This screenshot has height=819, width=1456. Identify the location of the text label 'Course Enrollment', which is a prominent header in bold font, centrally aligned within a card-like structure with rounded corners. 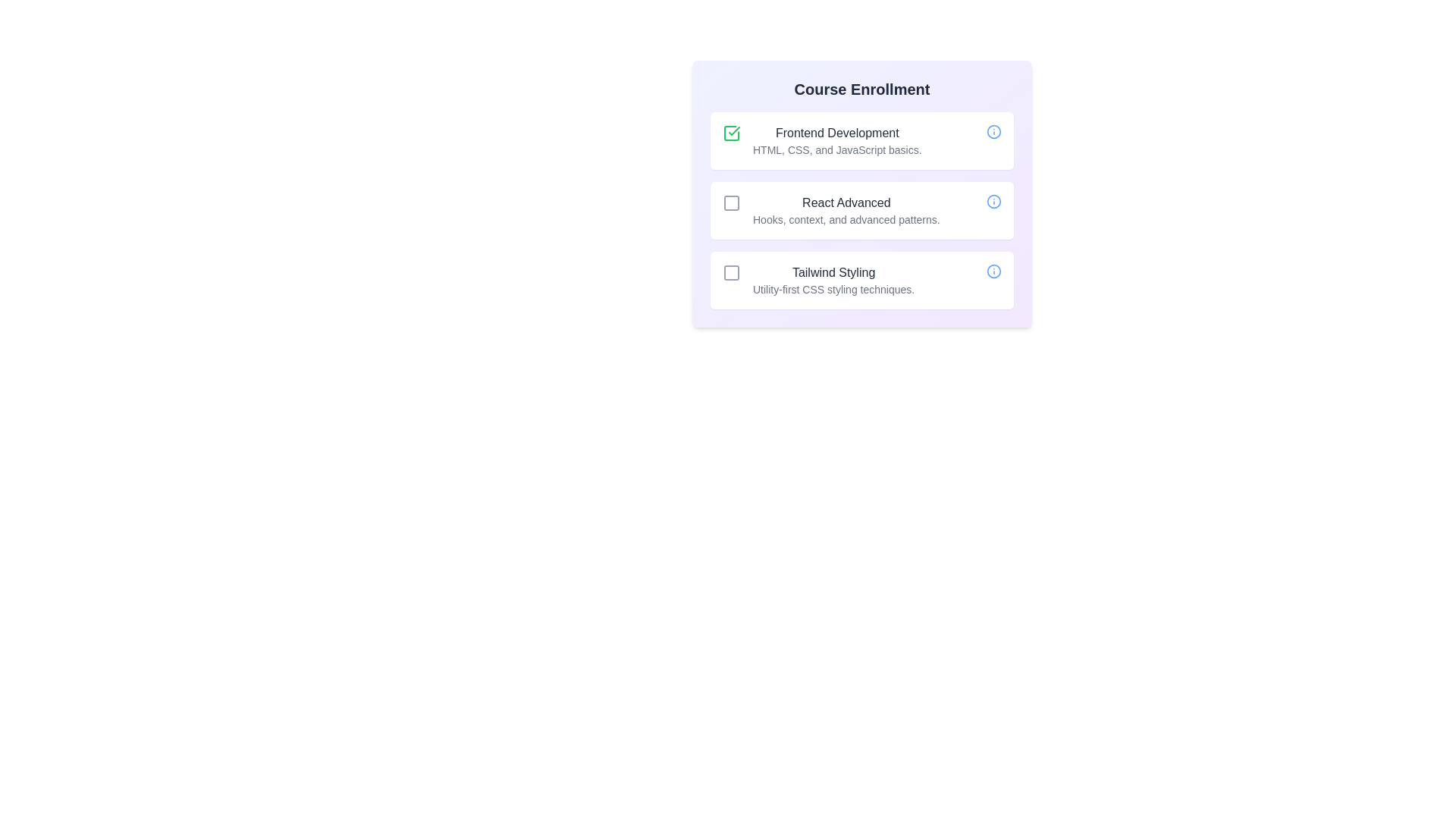
(862, 89).